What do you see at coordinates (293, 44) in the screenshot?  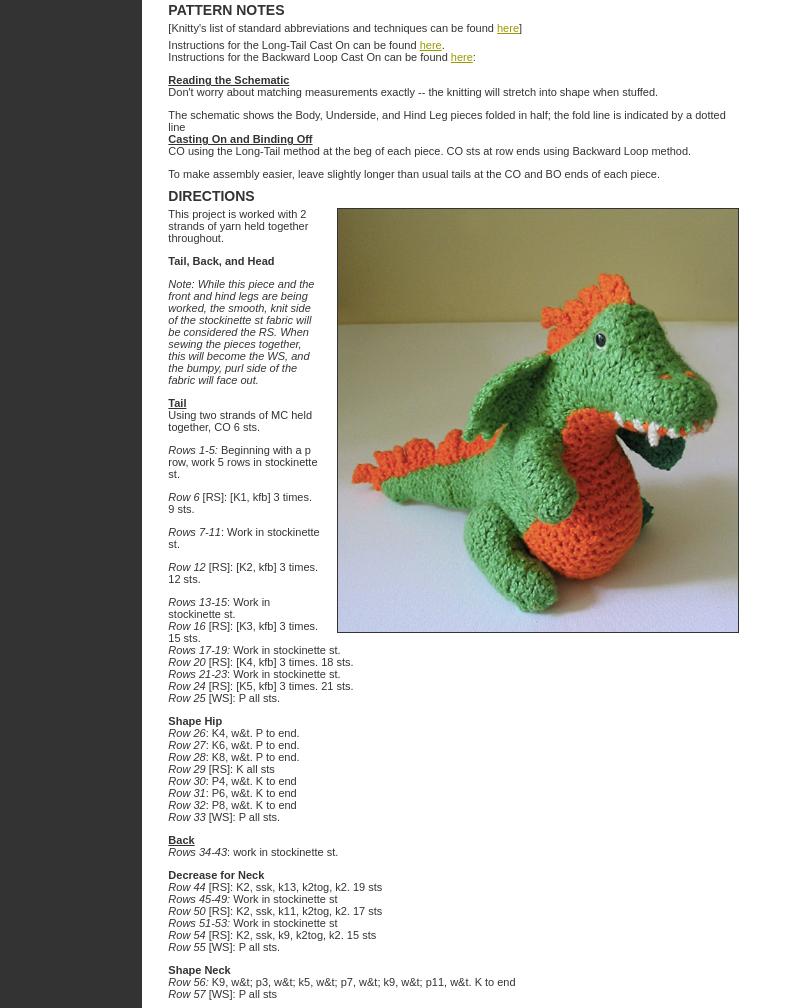 I see `'Instructions 
                            for the Long-Tail Cast On can be found'` at bounding box center [293, 44].